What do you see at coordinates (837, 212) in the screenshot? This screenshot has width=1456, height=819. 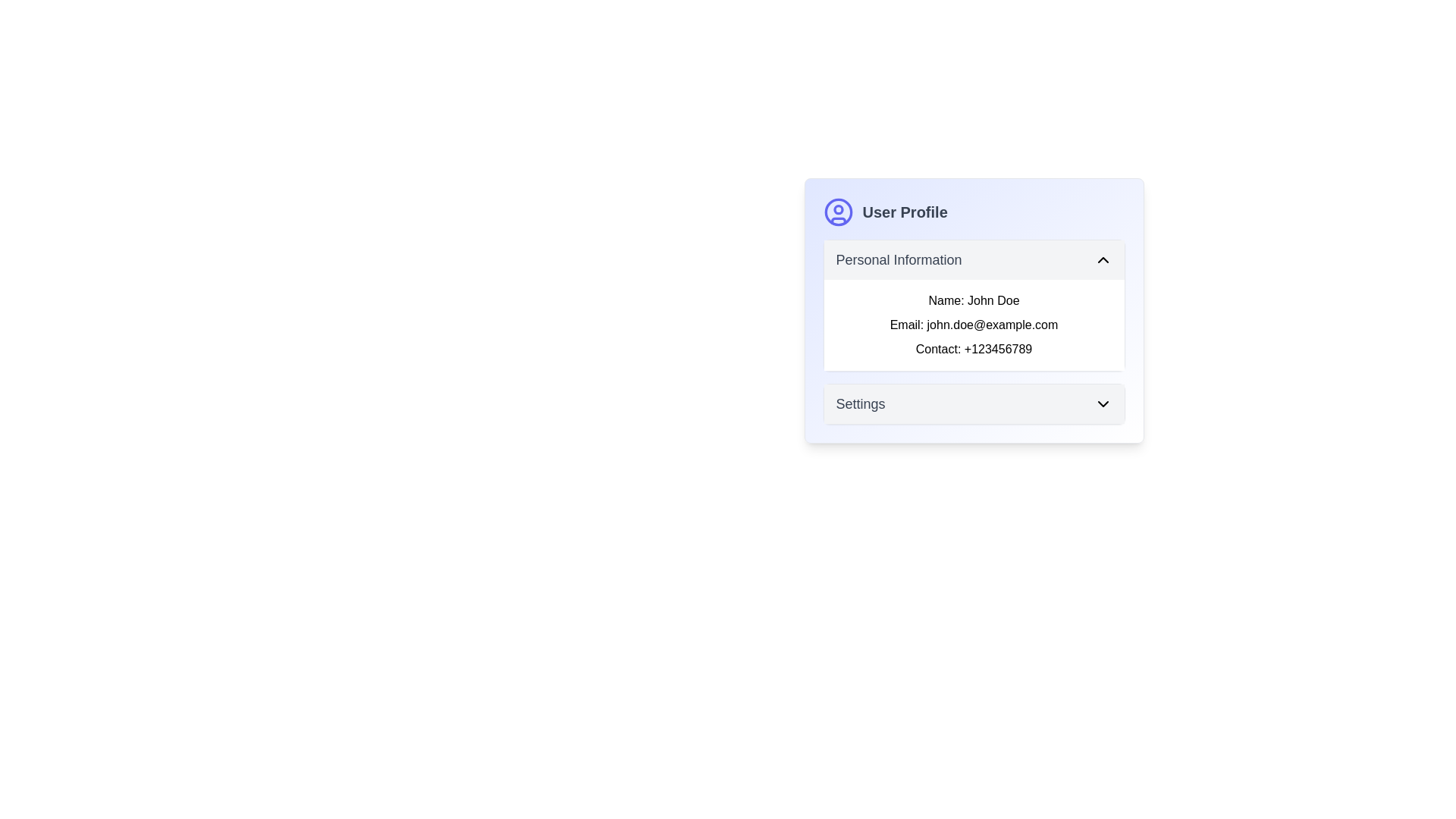 I see `the blue circular stroke element of the user avatar icon, which outlines the larger circle of the icon within the SVG representation` at bounding box center [837, 212].